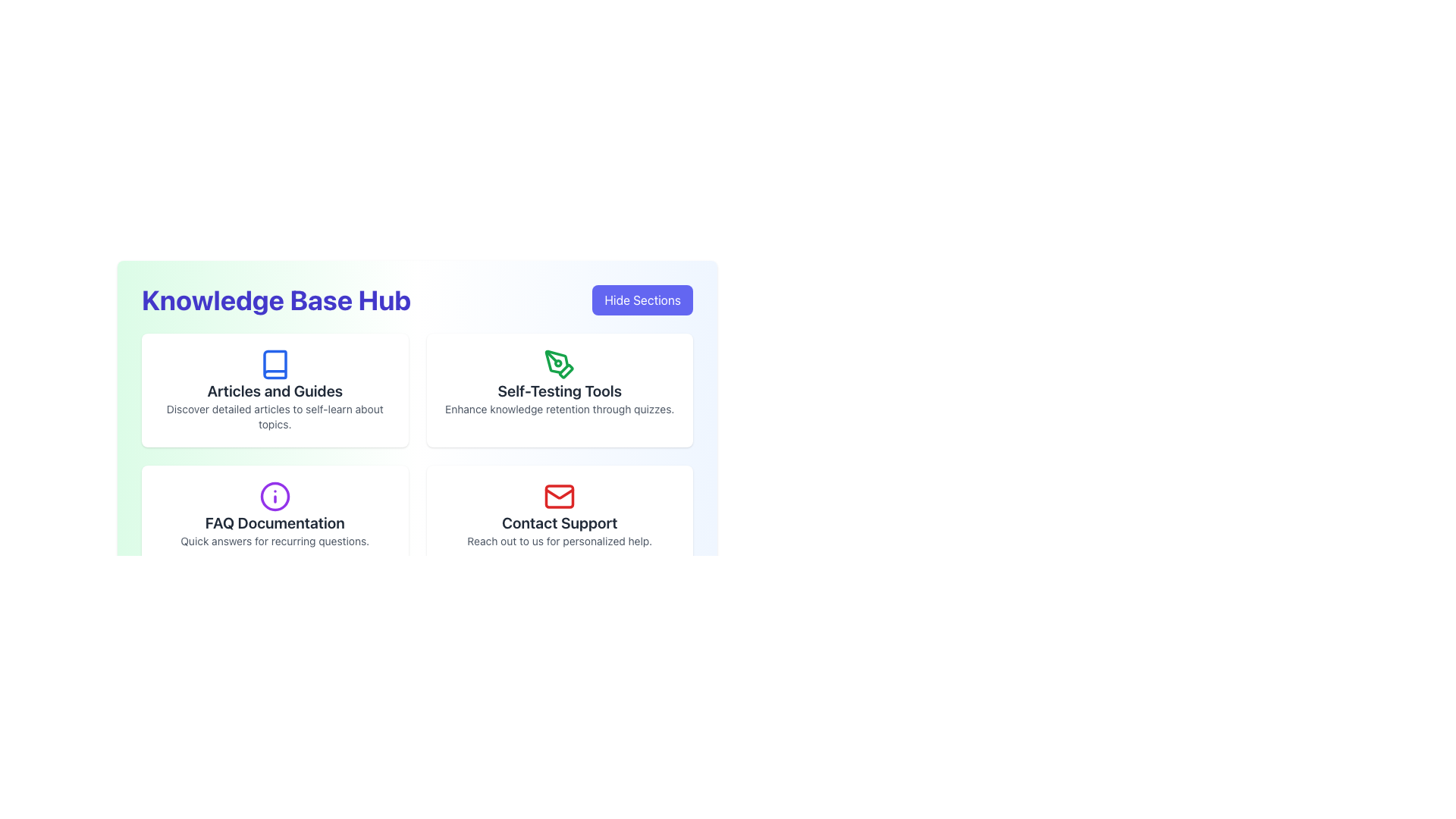 This screenshot has height=819, width=1456. What do you see at coordinates (642, 300) in the screenshot?
I see `the toggle button located in the top-right corner of the interface` at bounding box center [642, 300].